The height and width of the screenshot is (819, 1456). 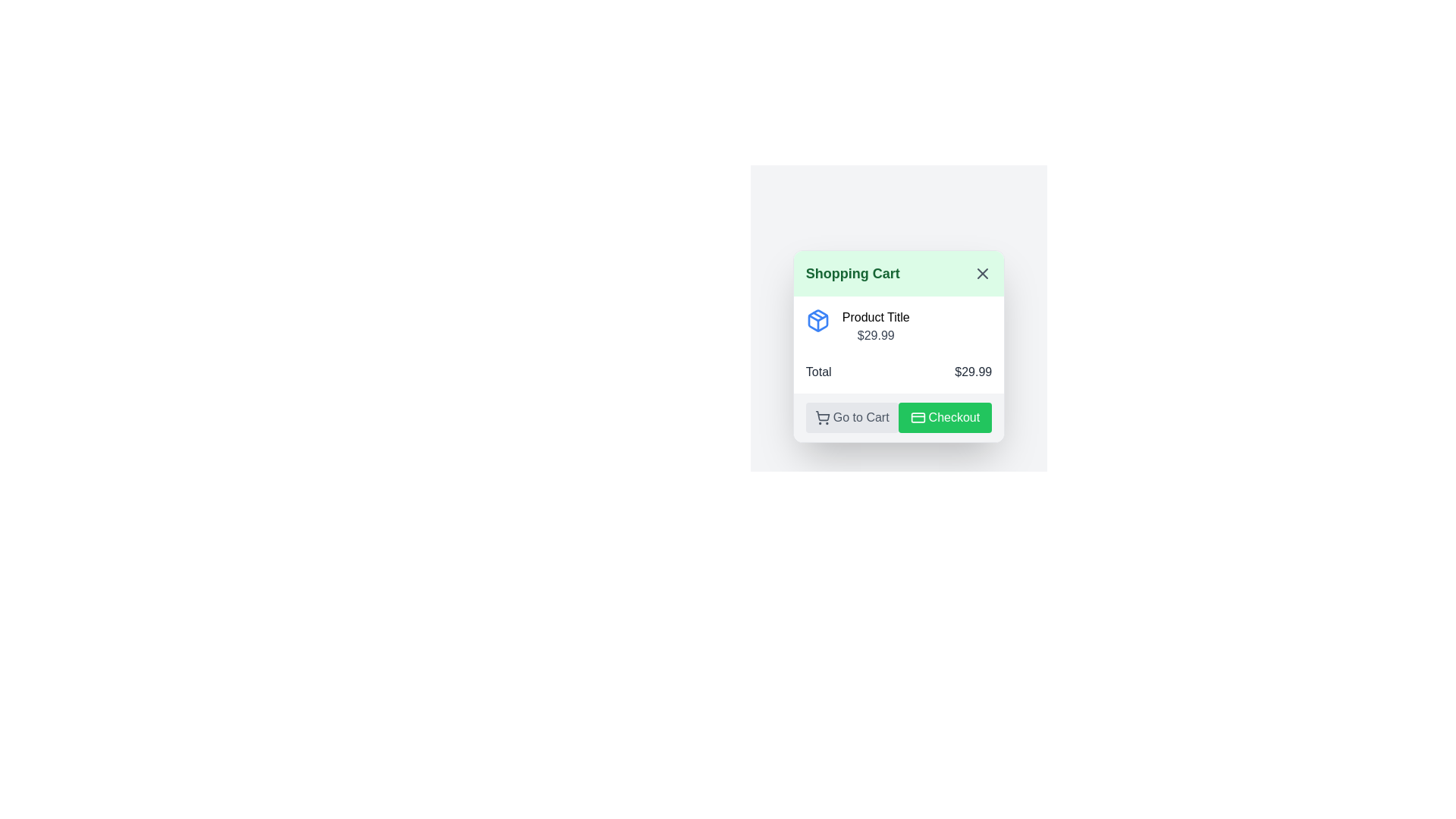 I want to click on the text label indicating the shopping cart section, positioned at the top-left of its green-bordered header, so click(x=852, y=274).